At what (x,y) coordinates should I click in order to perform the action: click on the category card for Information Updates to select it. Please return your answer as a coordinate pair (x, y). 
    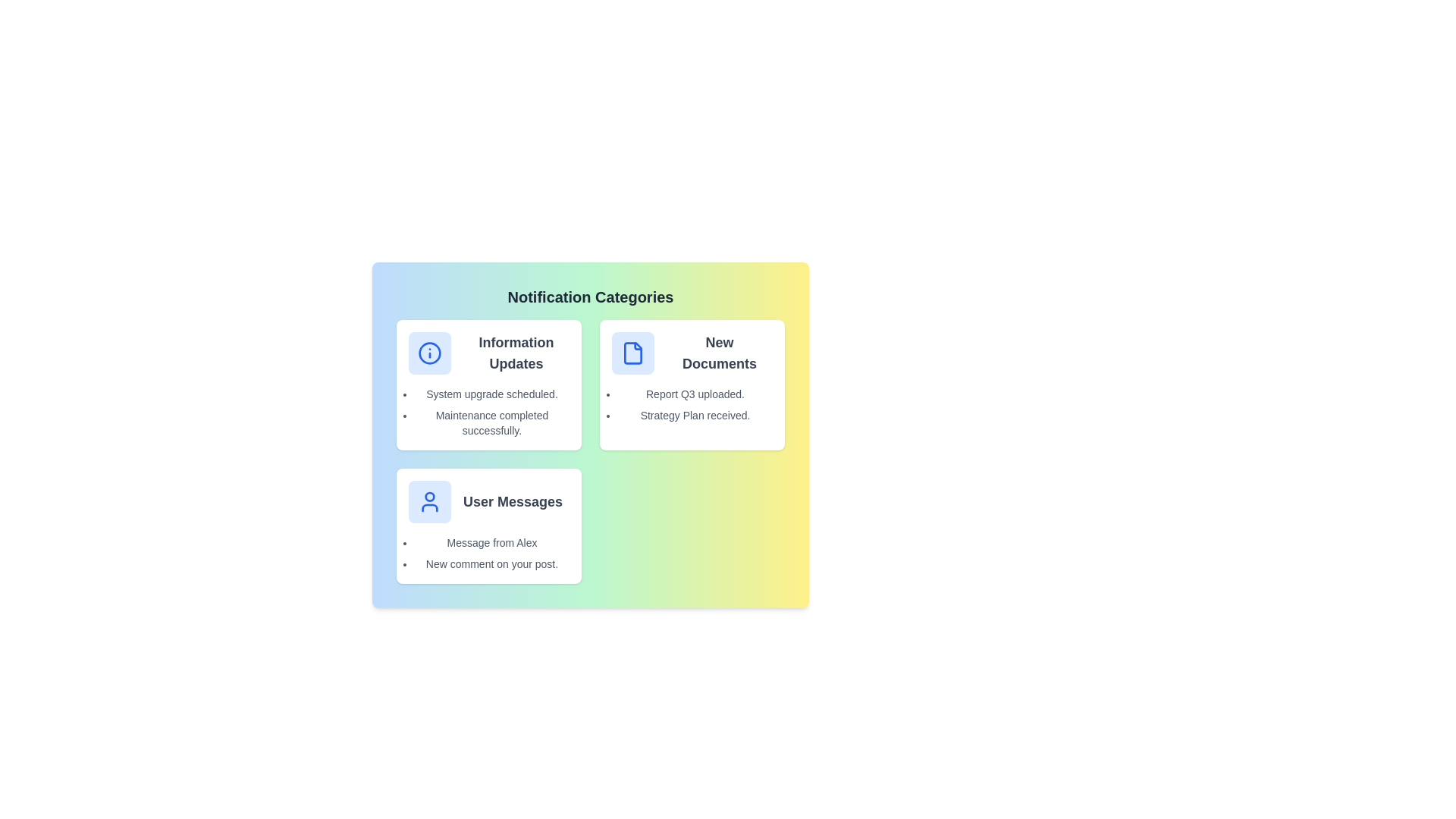
    Looking at the image, I should click on (488, 384).